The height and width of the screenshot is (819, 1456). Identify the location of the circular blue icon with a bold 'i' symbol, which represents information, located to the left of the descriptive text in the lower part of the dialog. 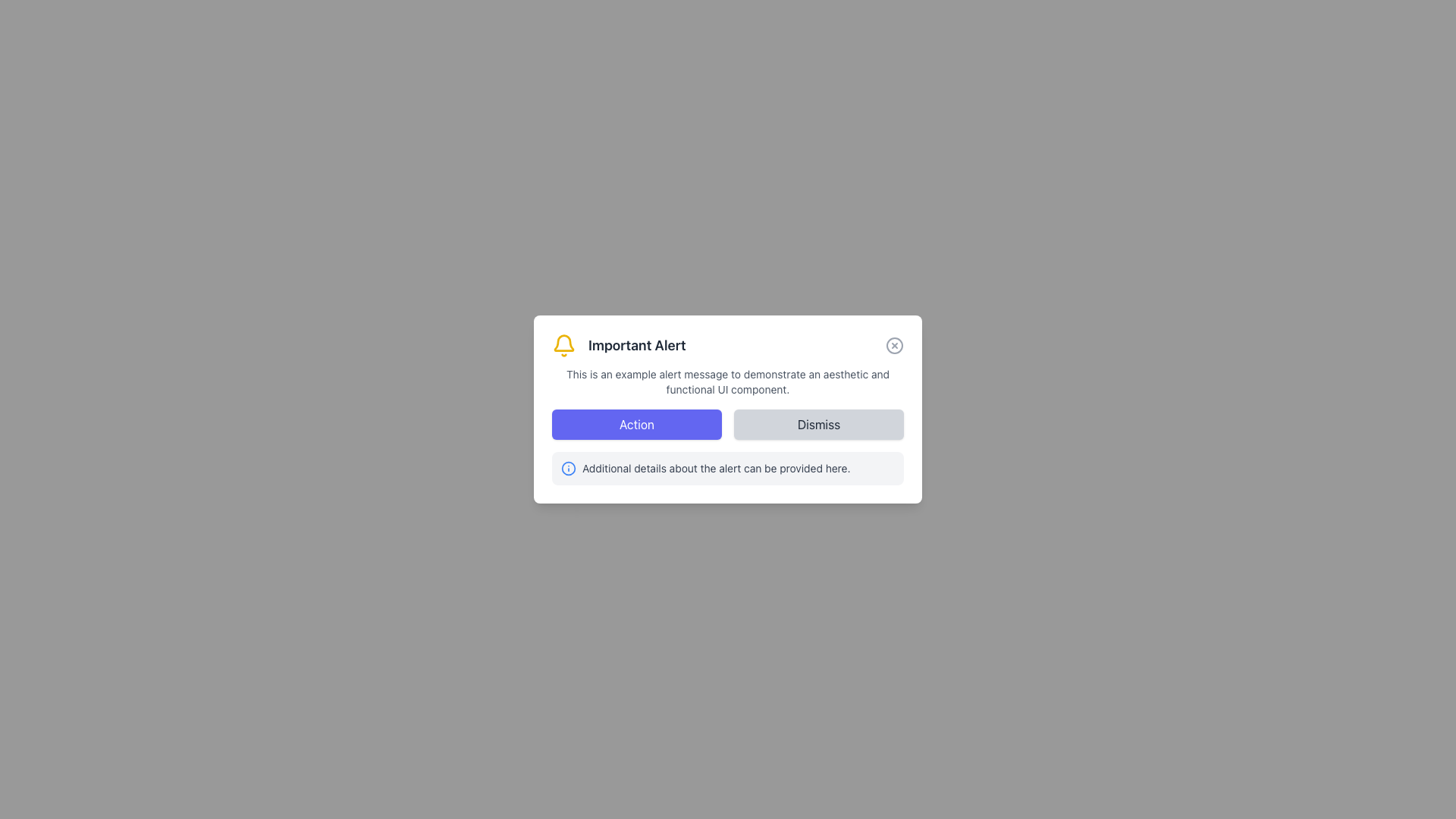
(567, 467).